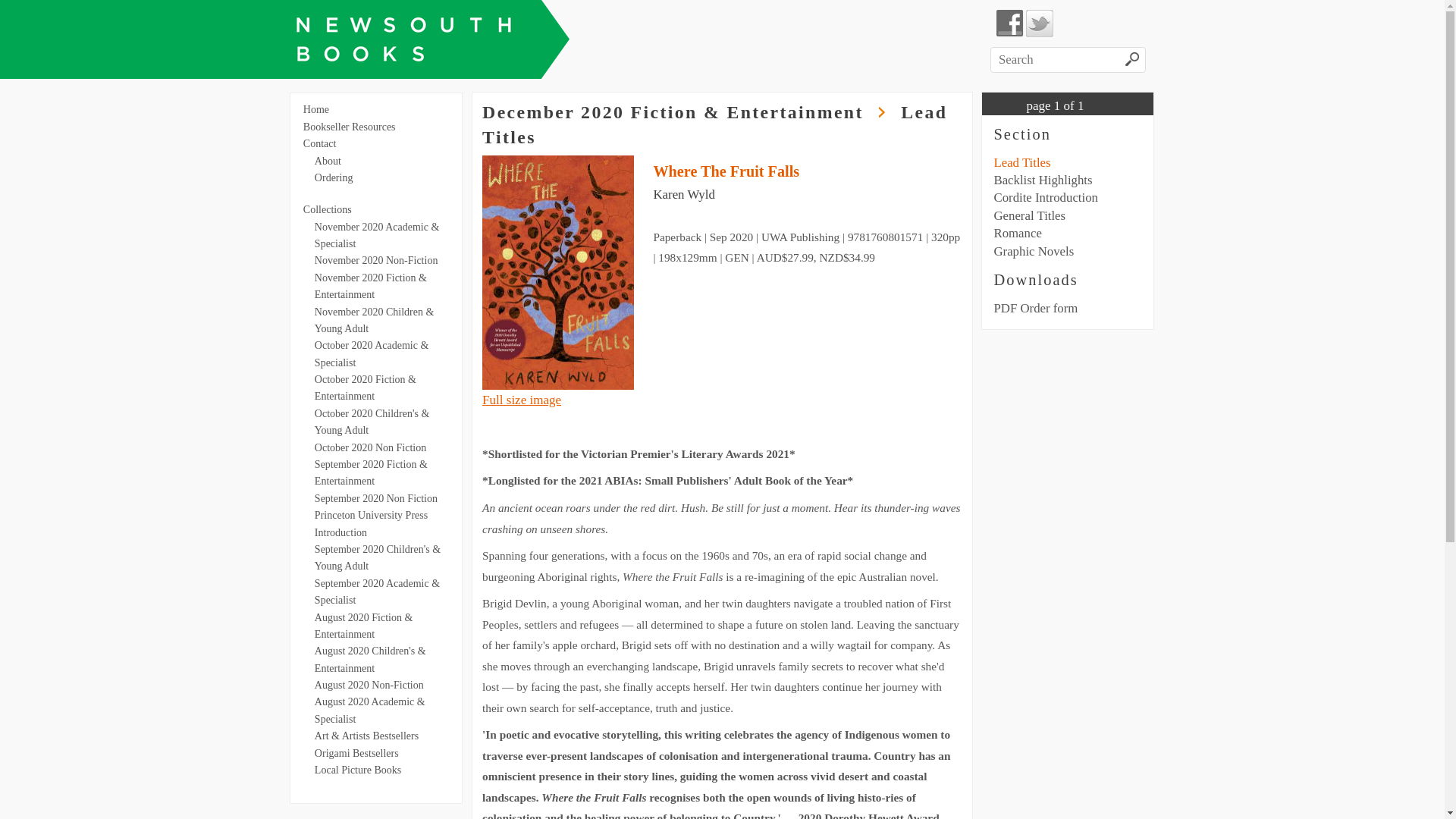 Image resolution: width=1456 pixels, height=819 pixels. I want to click on 'Contact', so click(319, 143).